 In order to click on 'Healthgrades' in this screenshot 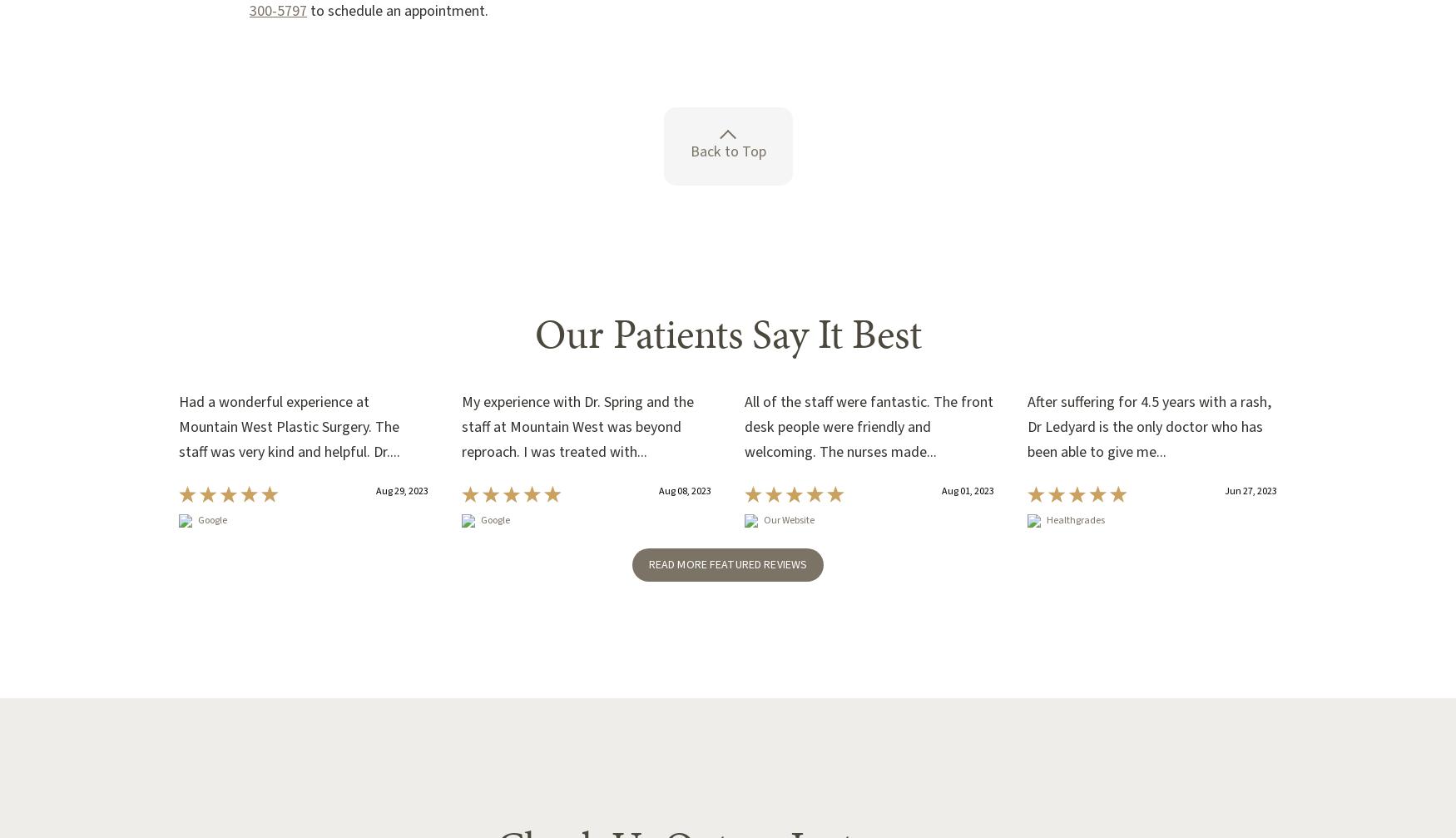, I will do `click(1075, 519)`.